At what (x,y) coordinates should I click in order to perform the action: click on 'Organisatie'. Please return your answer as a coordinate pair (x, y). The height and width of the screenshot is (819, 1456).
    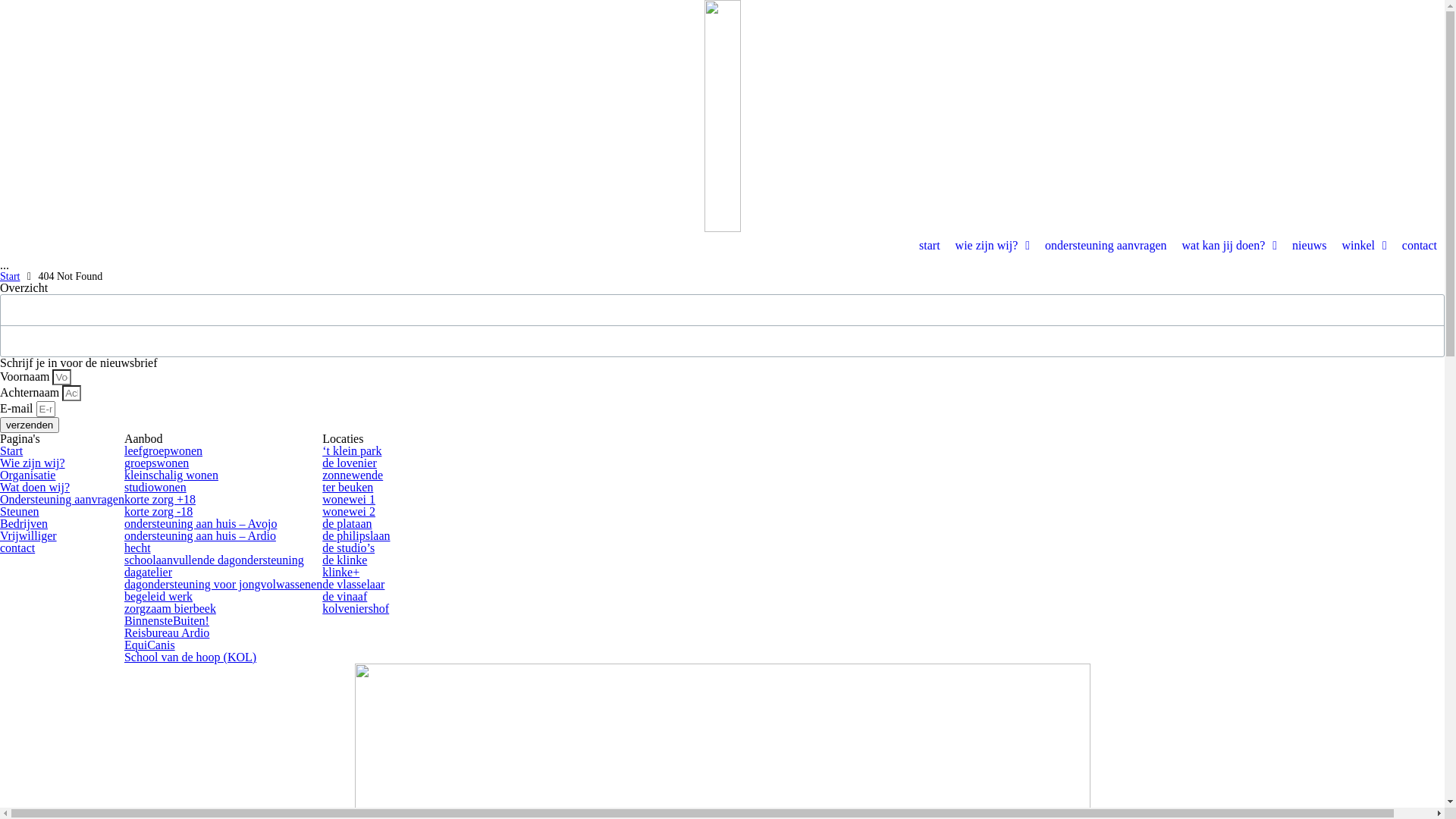
    Looking at the image, I should click on (27, 474).